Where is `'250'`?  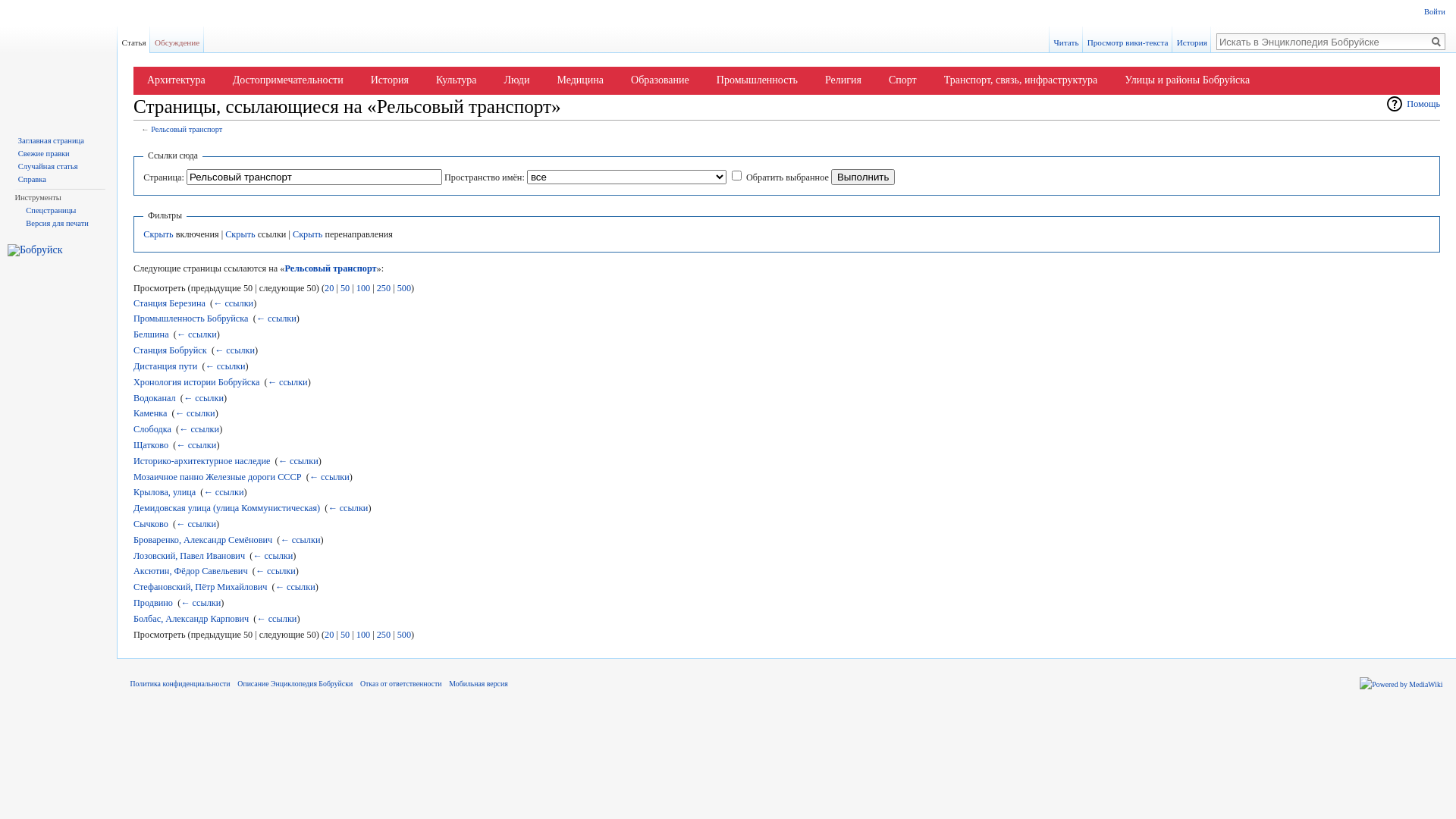 '250' is located at coordinates (377, 288).